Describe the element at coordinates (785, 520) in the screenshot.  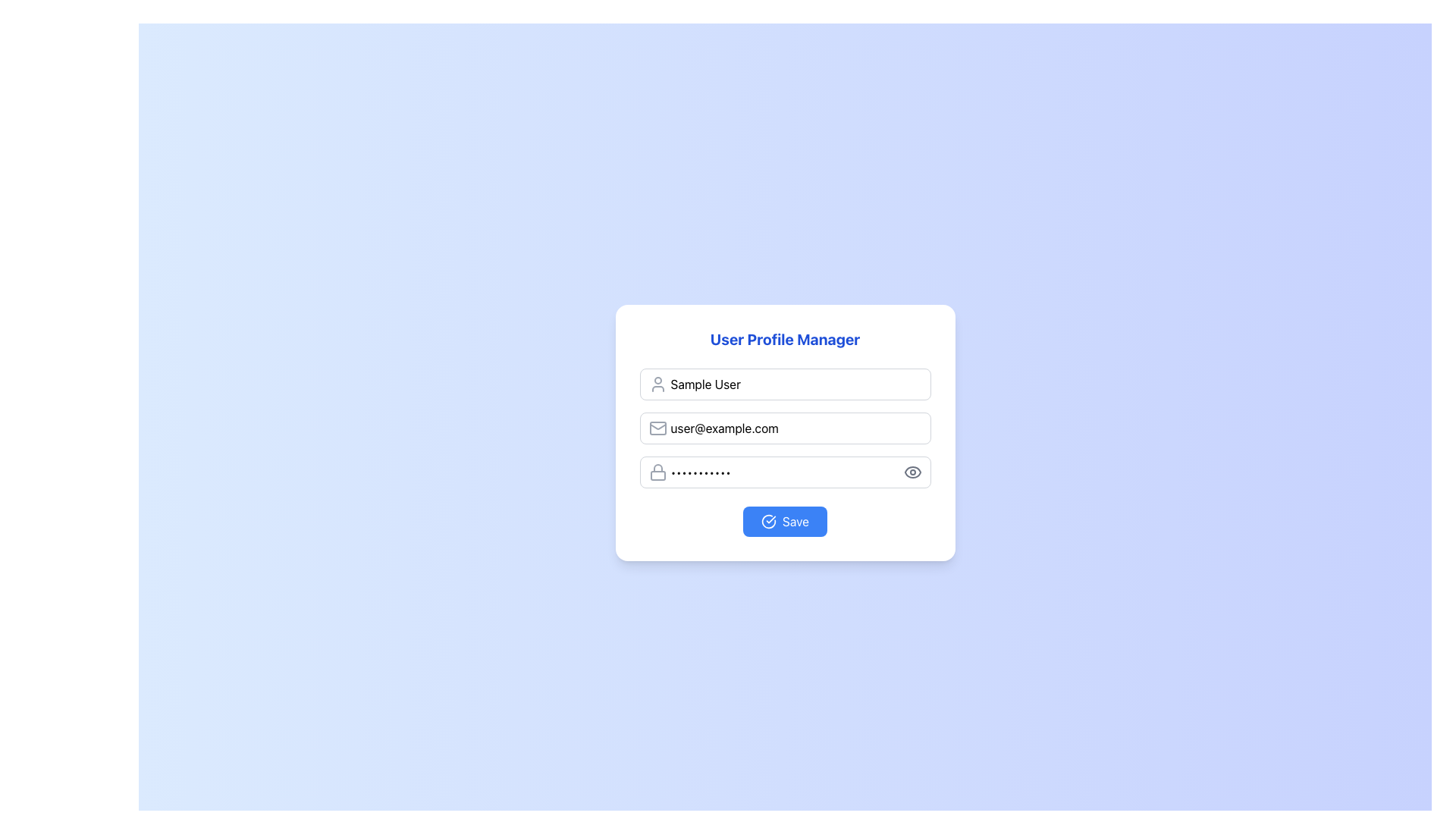
I see `the 'Save' button located at the bottom of the 'User Profile Manager' card` at that location.